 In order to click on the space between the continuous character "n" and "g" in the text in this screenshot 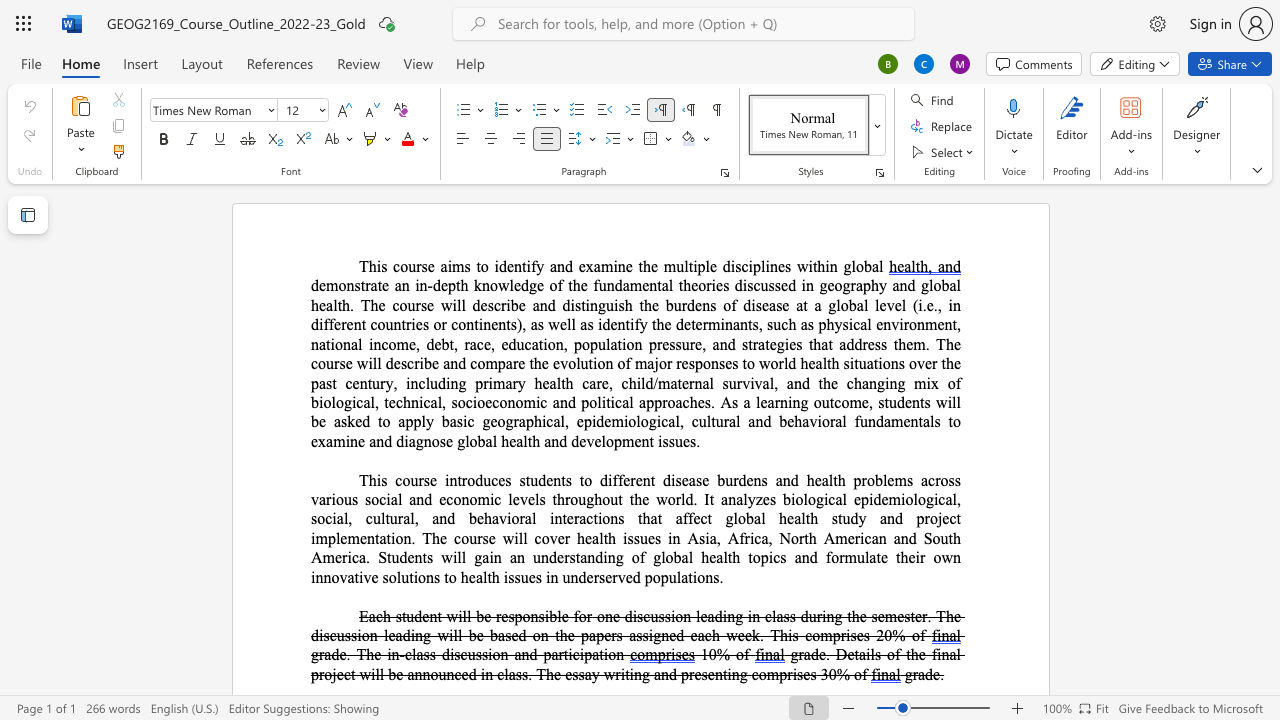, I will do `click(800, 402)`.